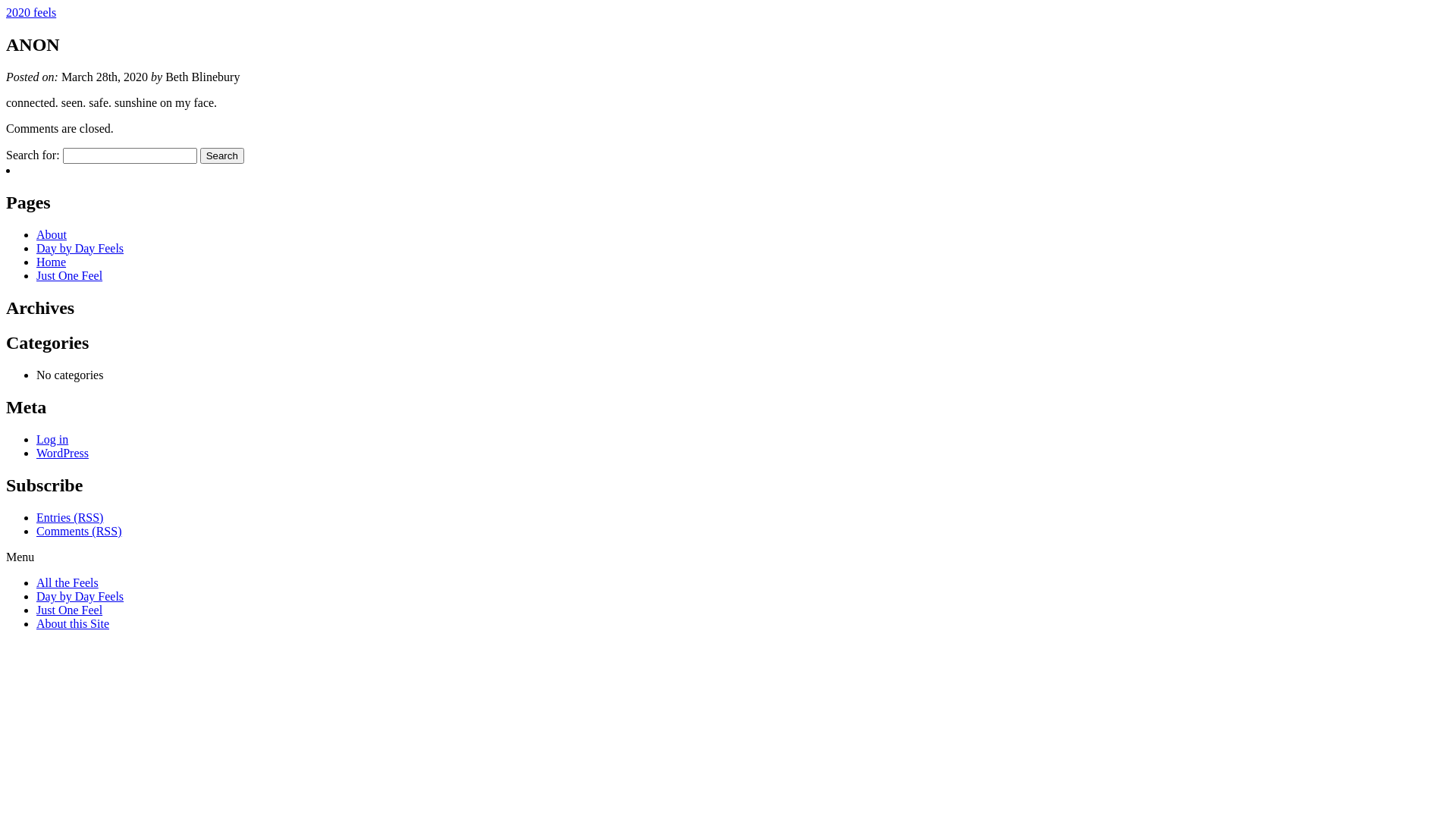 Image resolution: width=1456 pixels, height=819 pixels. What do you see at coordinates (31, 12) in the screenshot?
I see `'2020 feels'` at bounding box center [31, 12].